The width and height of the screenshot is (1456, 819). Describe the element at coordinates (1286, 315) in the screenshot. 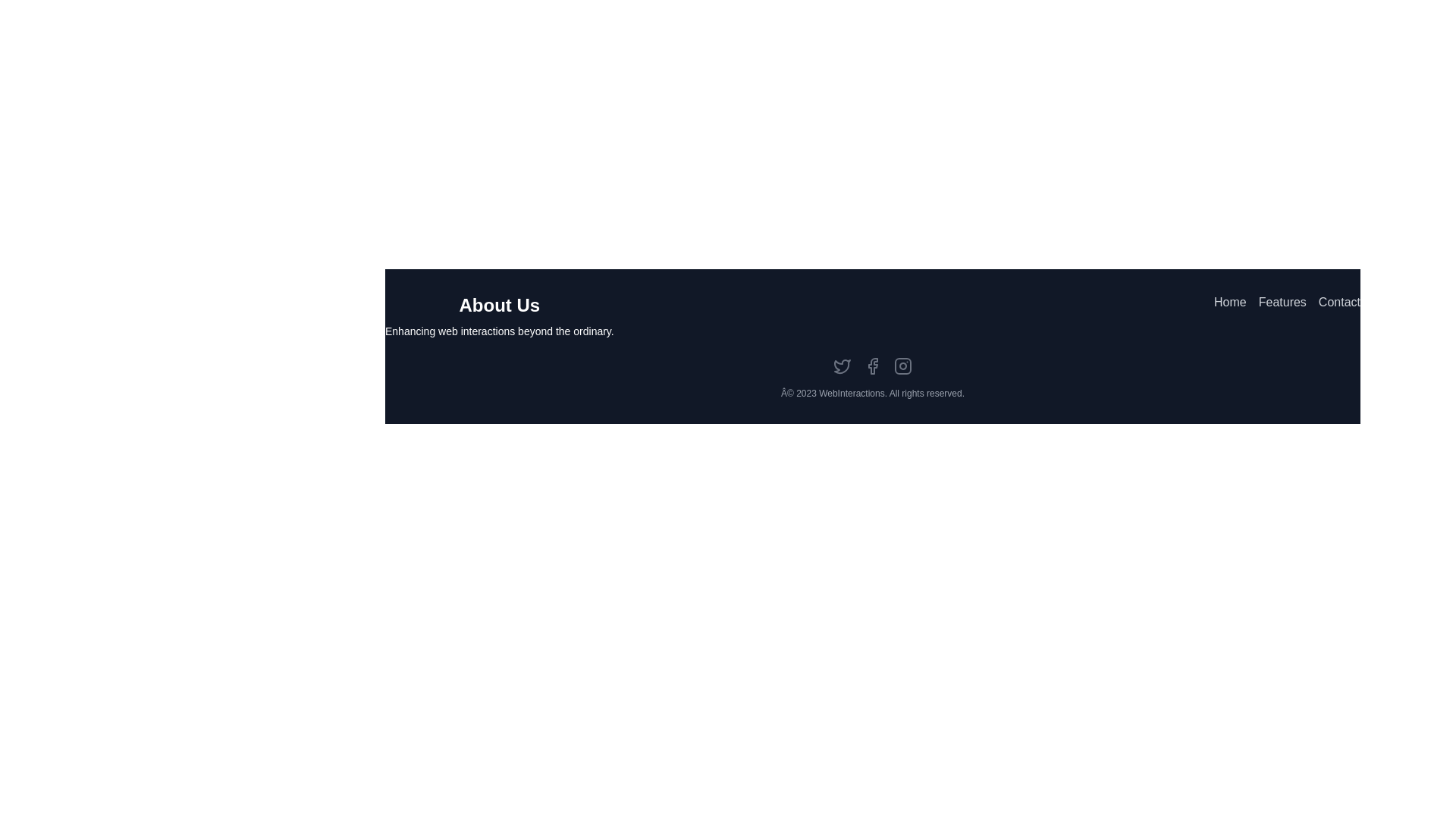

I see `the Navigation Menu` at that location.